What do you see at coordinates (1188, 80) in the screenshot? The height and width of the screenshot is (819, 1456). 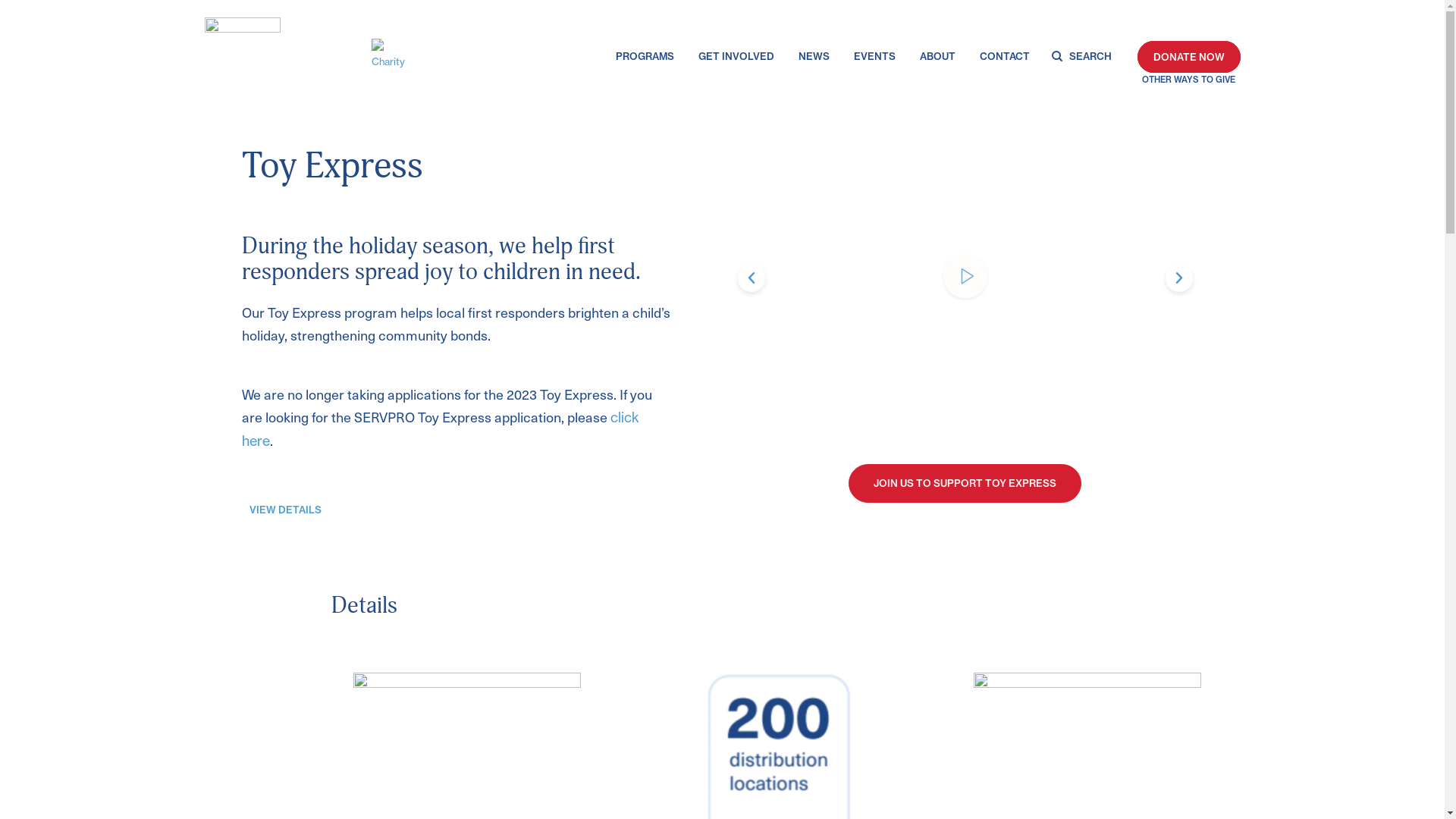 I see `'OTHER WAYS TO GIVE'` at bounding box center [1188, 80].